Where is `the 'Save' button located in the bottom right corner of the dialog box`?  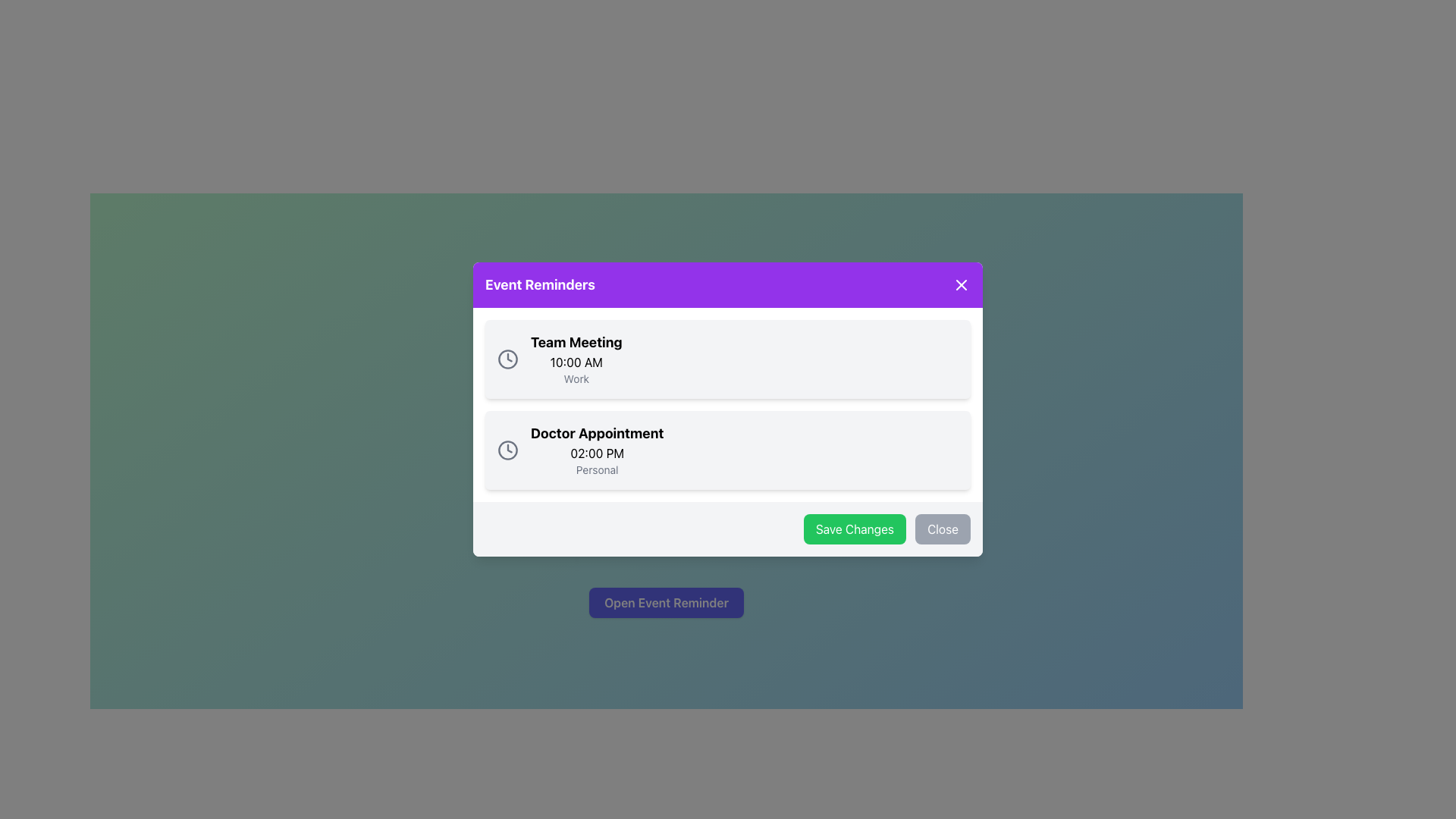
the 'Save' button located in the bottom right corner of the dialog box is located at coordinates (855, 529).